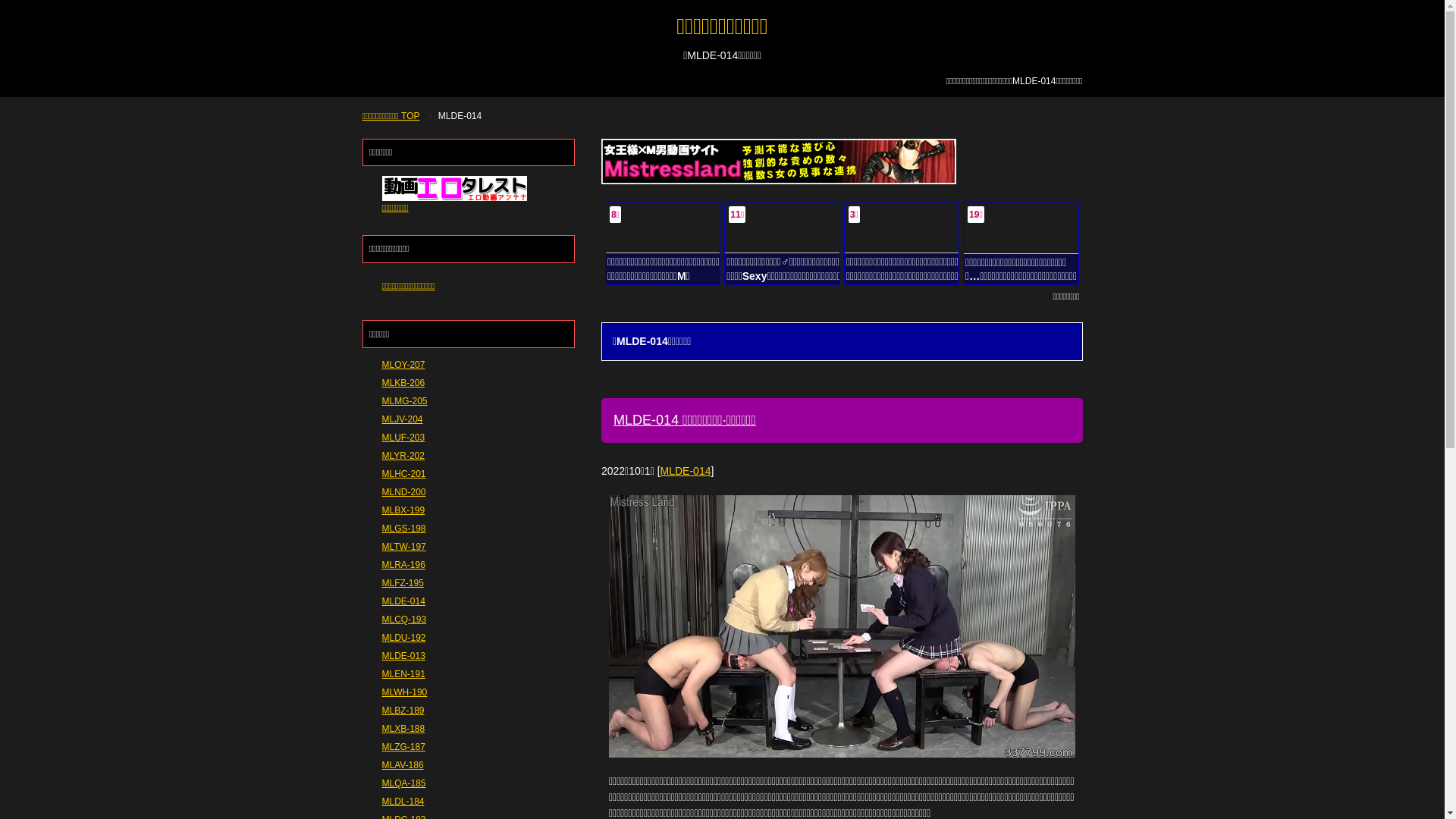 The width and height of the screenshot is (1456, 819). I want to click on 'MLYR-202', so click(403, 455).